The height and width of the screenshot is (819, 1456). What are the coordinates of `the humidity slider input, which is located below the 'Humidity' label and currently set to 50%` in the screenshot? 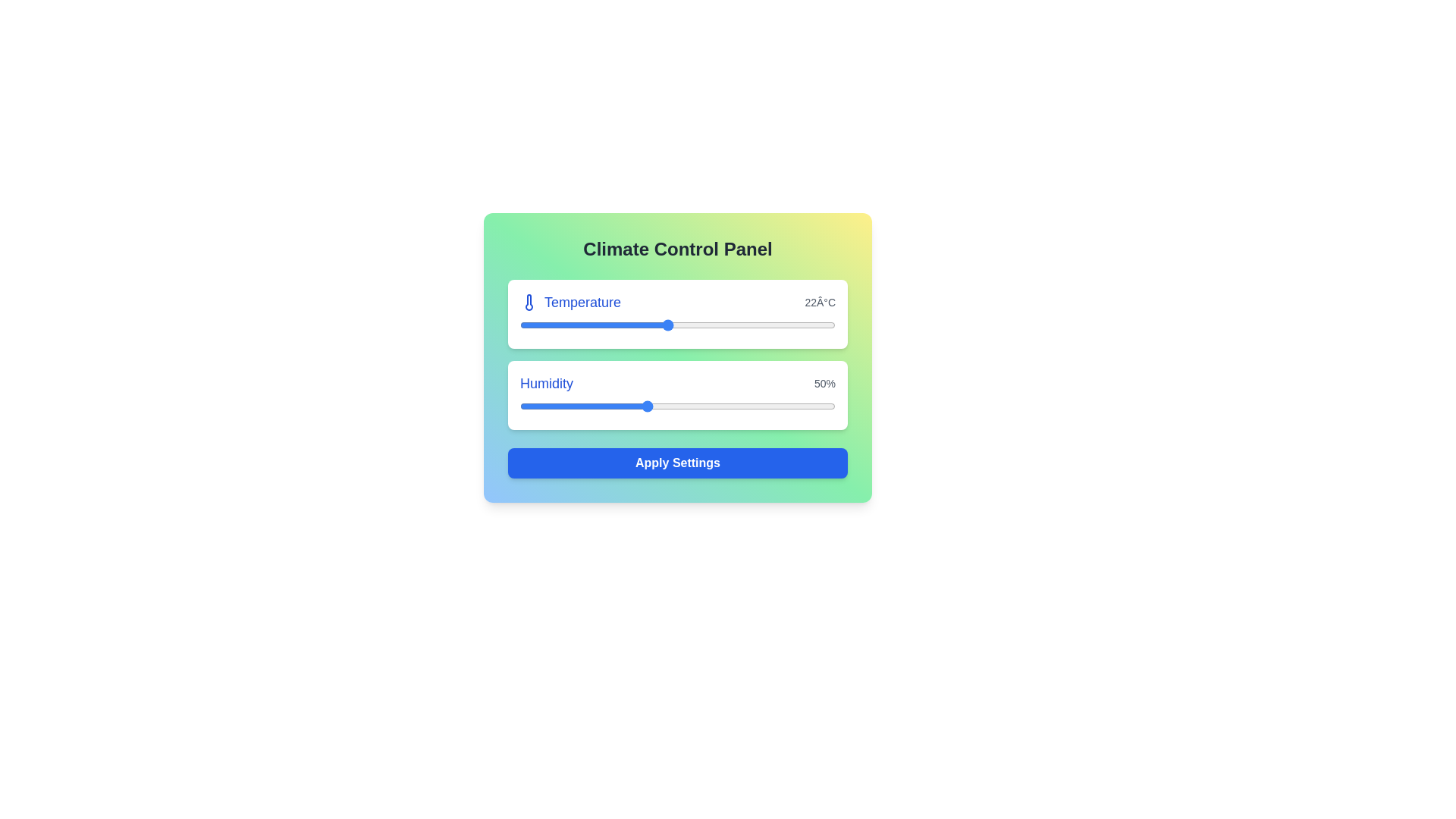 It's located at (676, 406).